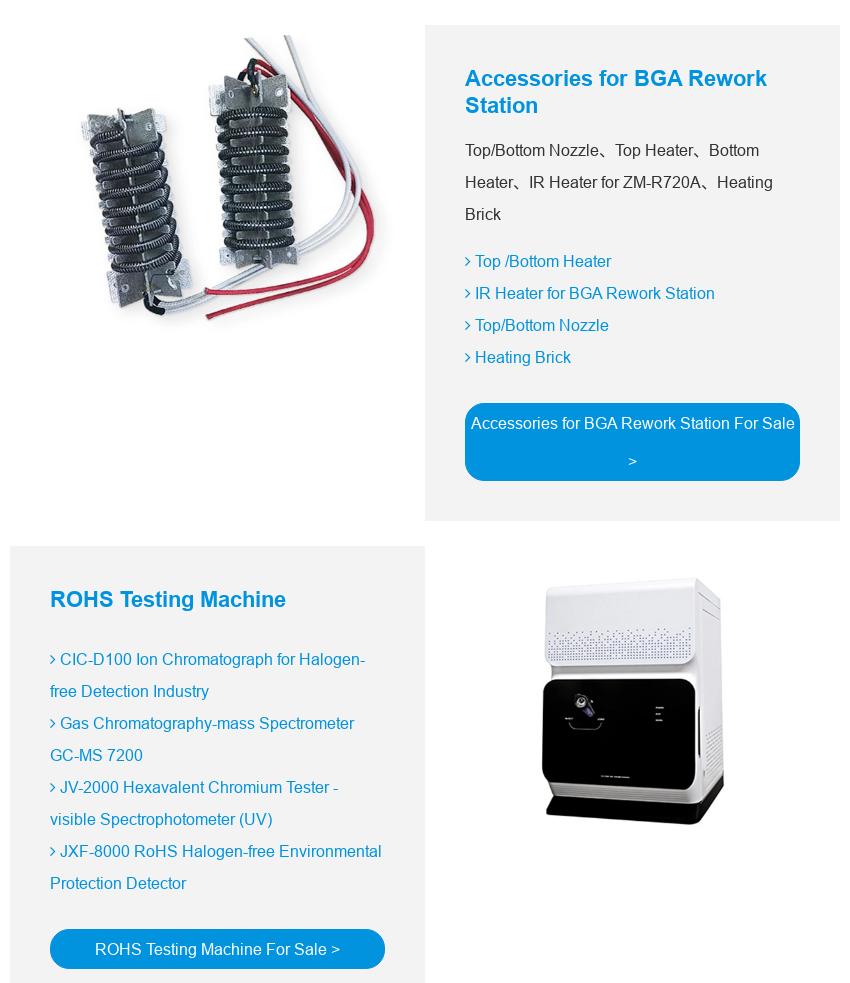 The height and width of the screenshot is (983, 850). What do you see at coordinates (539, 324) in the screenshot?
I see `'Top/Bottom Nozzle'` at bounding box center [539, 324].